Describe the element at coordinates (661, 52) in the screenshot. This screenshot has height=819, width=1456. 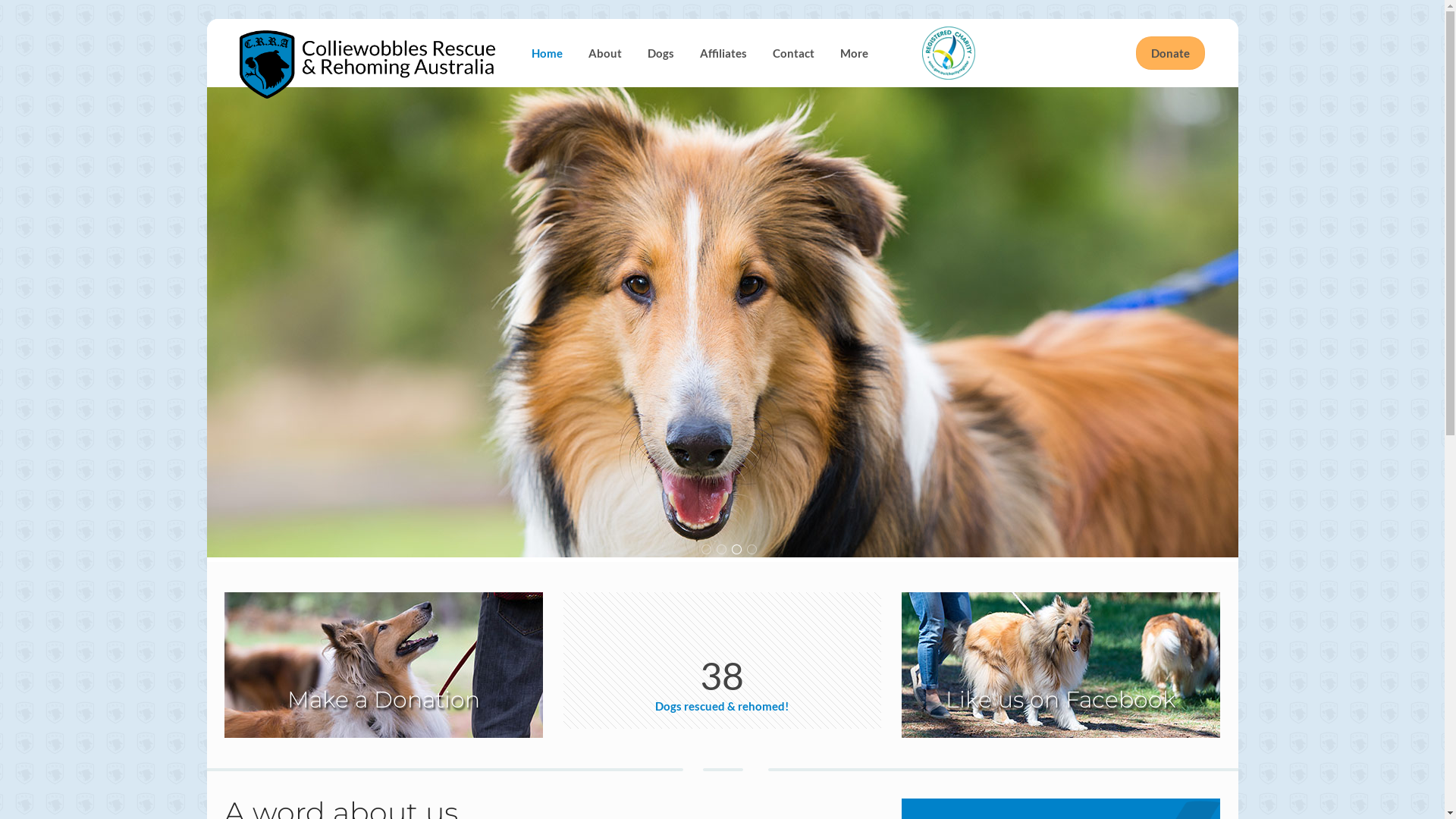
I see `'Dogs'` at that location.